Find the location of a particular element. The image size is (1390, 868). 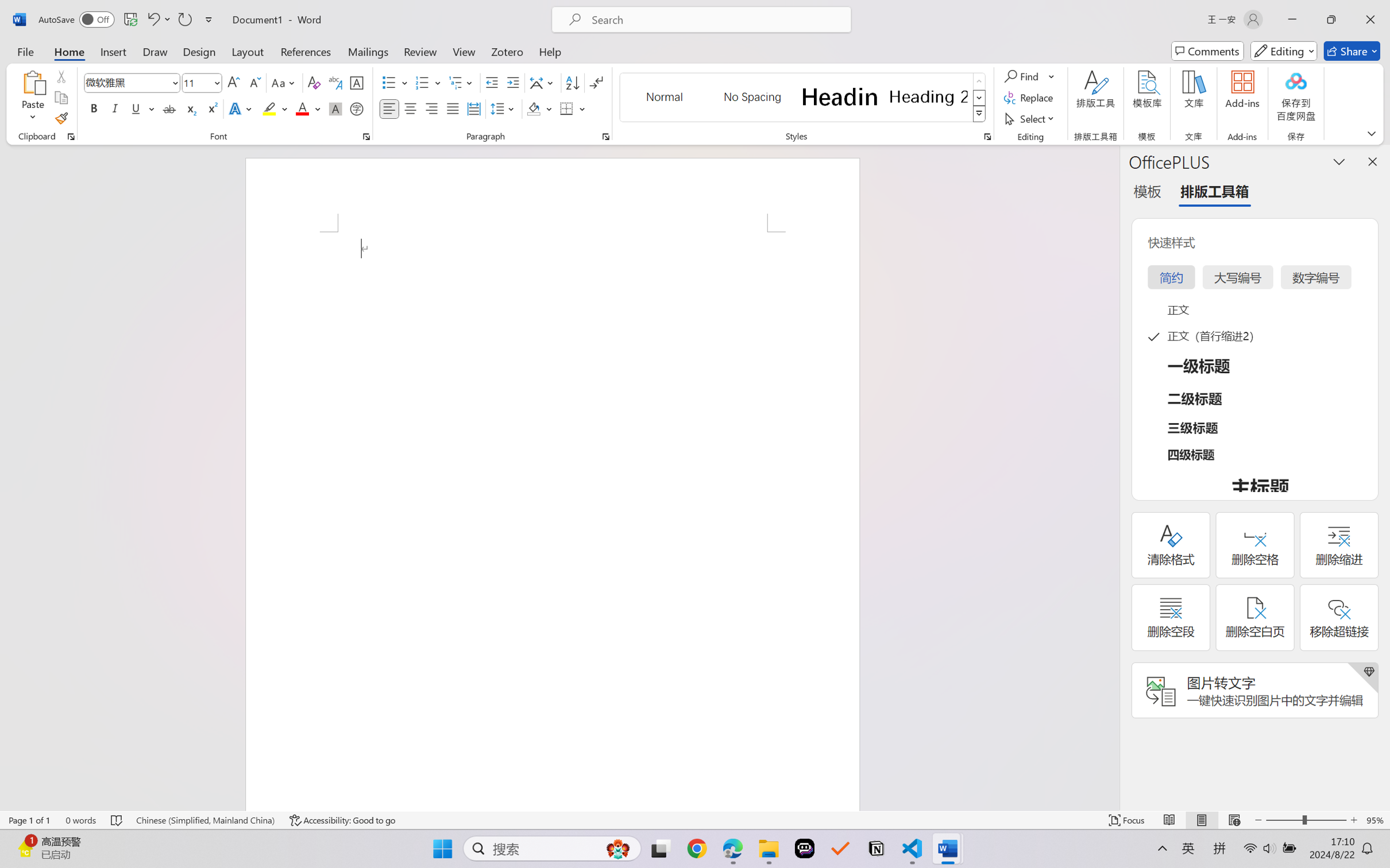

'Page 1 content' is located at coordinates (552, 521).